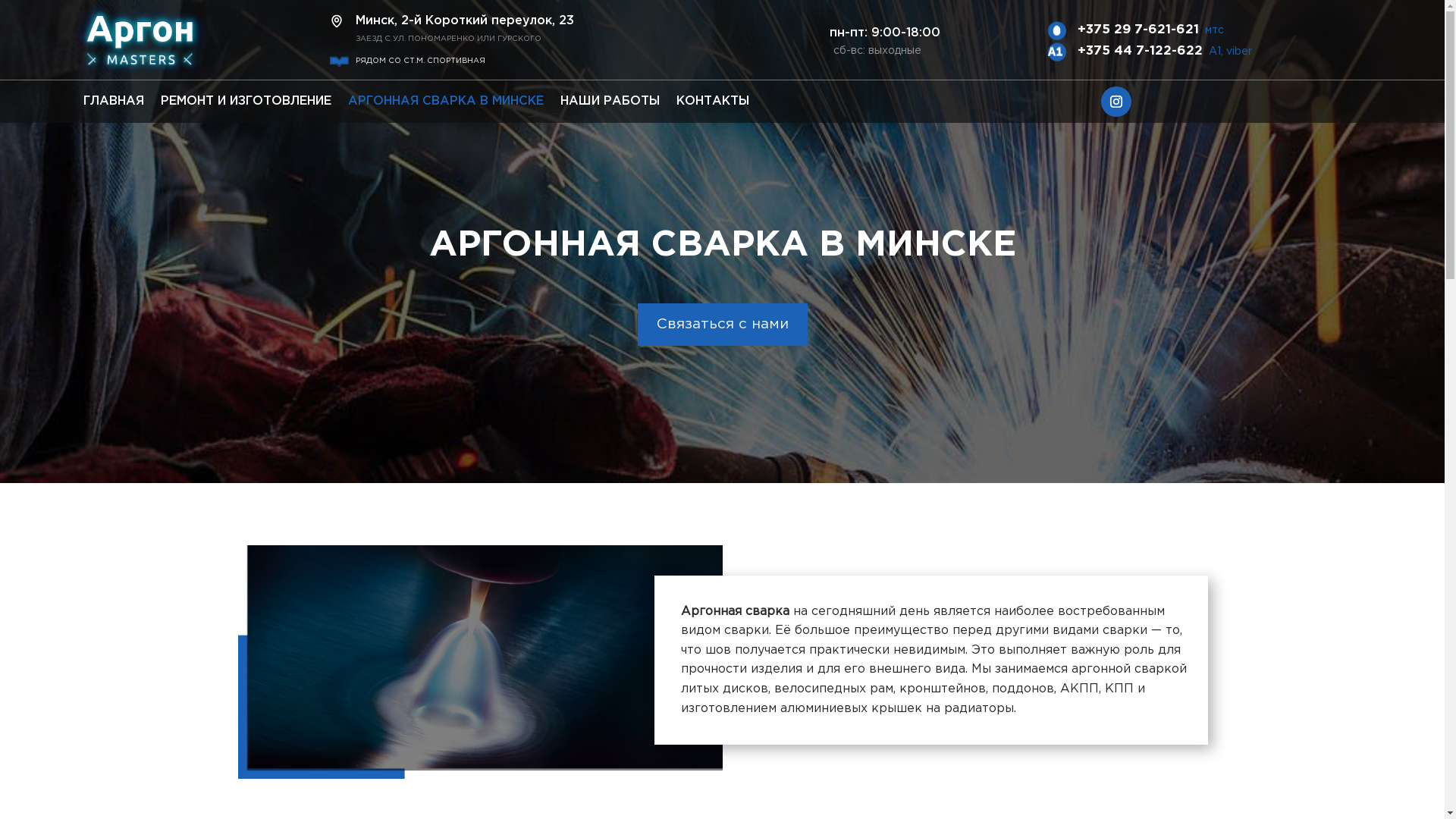 Image resolution: width=1456 pixels, height=819 pixels. I want to click on '67-22', so click(71, 40).